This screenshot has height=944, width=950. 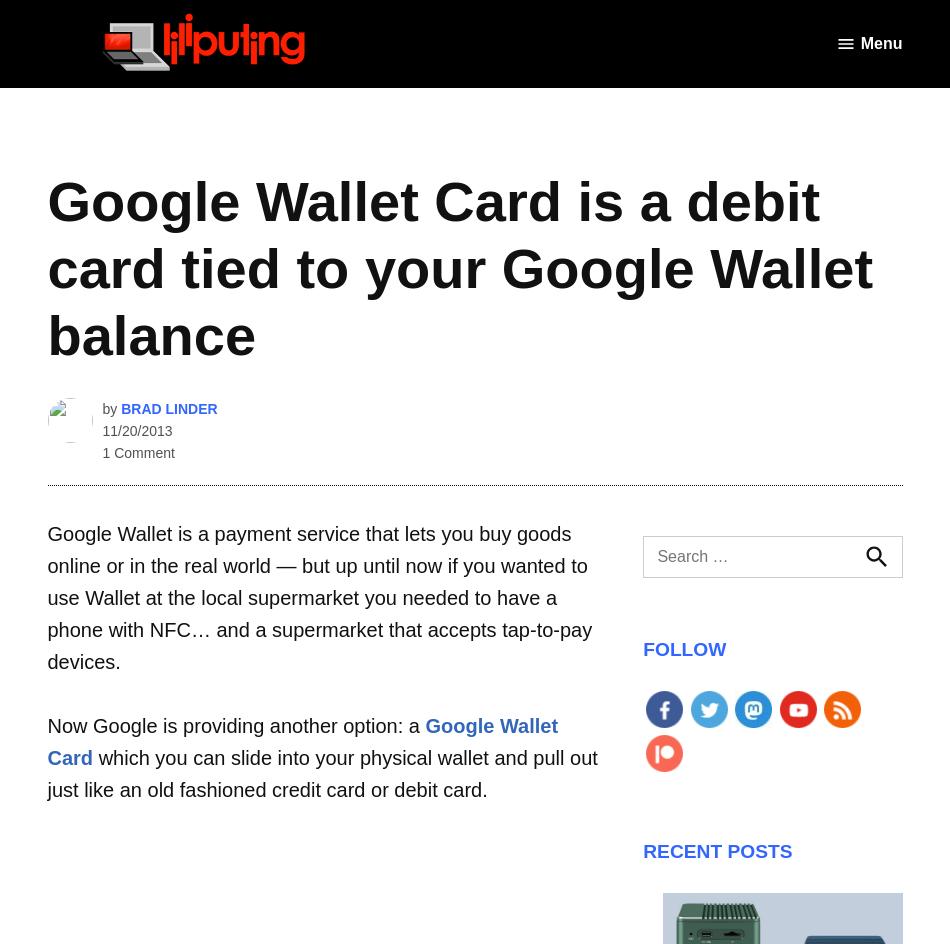 What do you see at coordinates (235, 724) in the screenshot?
I see `'Now Google is providing another option: a'` at bounding box center [235, 724].